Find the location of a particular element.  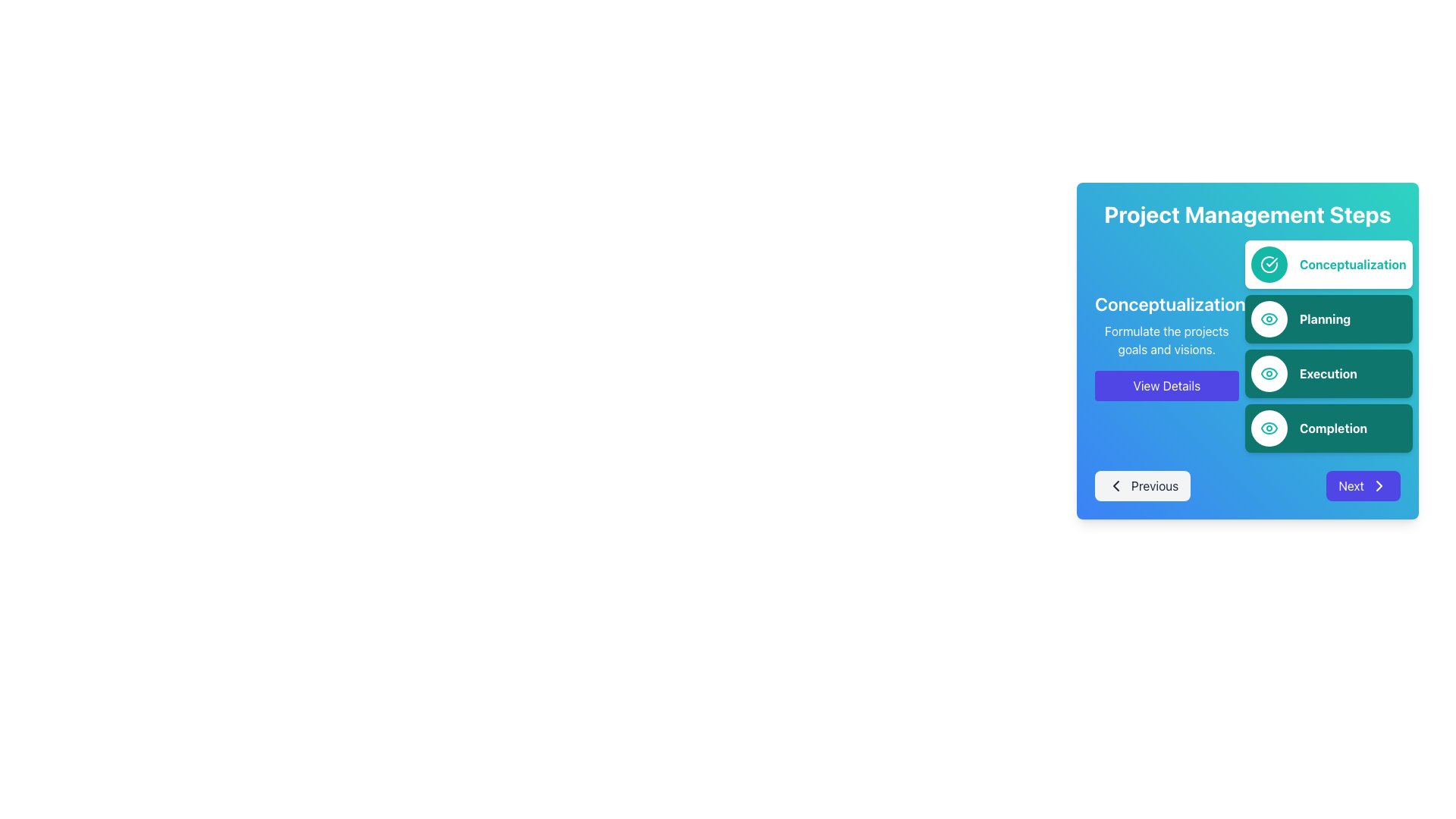

the circular icon with a teal background and white checkmark, located to the left of the text 'Conceptualization' in the card-style layout is located at coordinates (1269, 263).